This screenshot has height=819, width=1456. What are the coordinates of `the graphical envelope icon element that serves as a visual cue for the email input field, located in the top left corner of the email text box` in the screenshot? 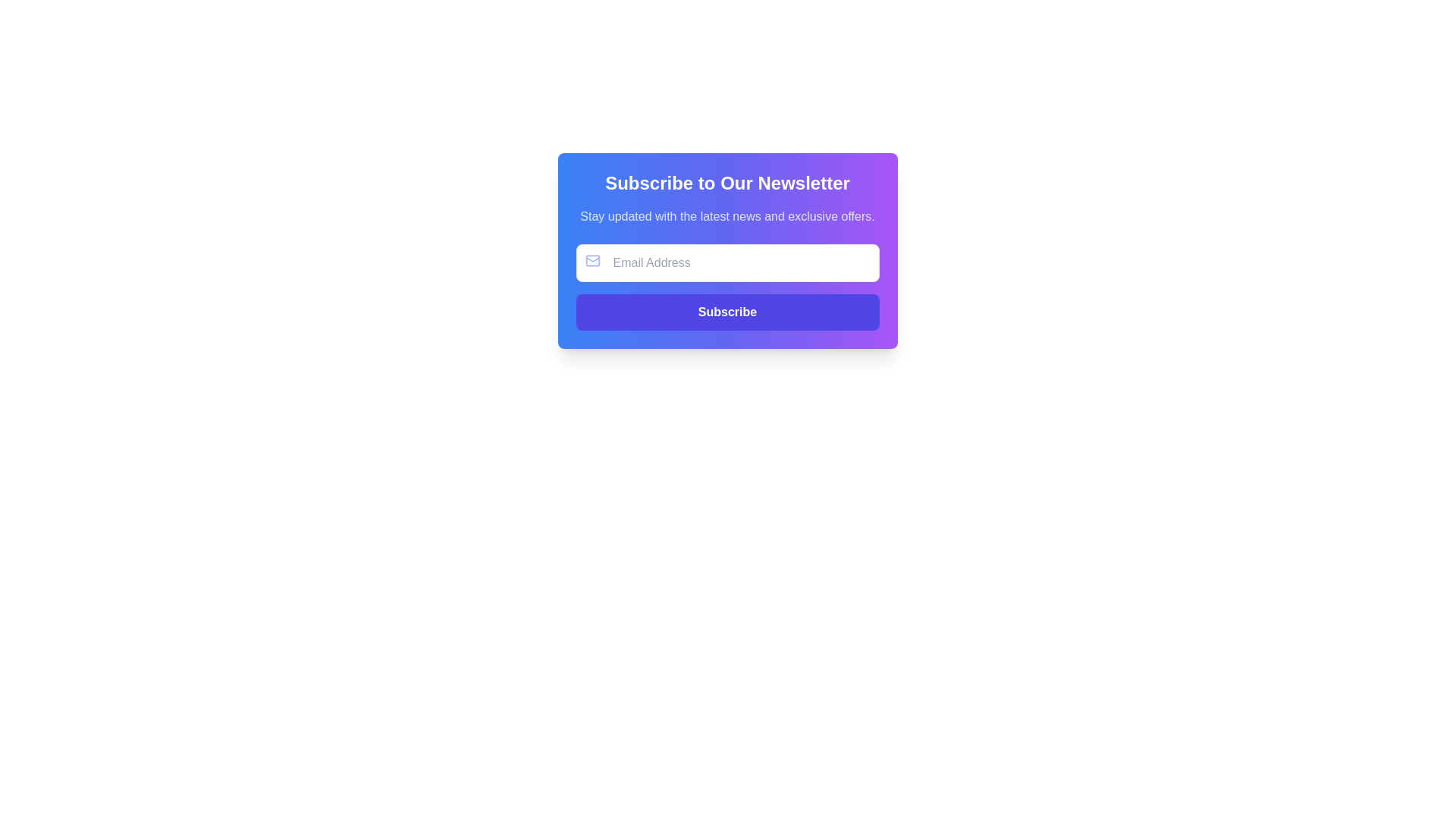 It's located at (591, 259).